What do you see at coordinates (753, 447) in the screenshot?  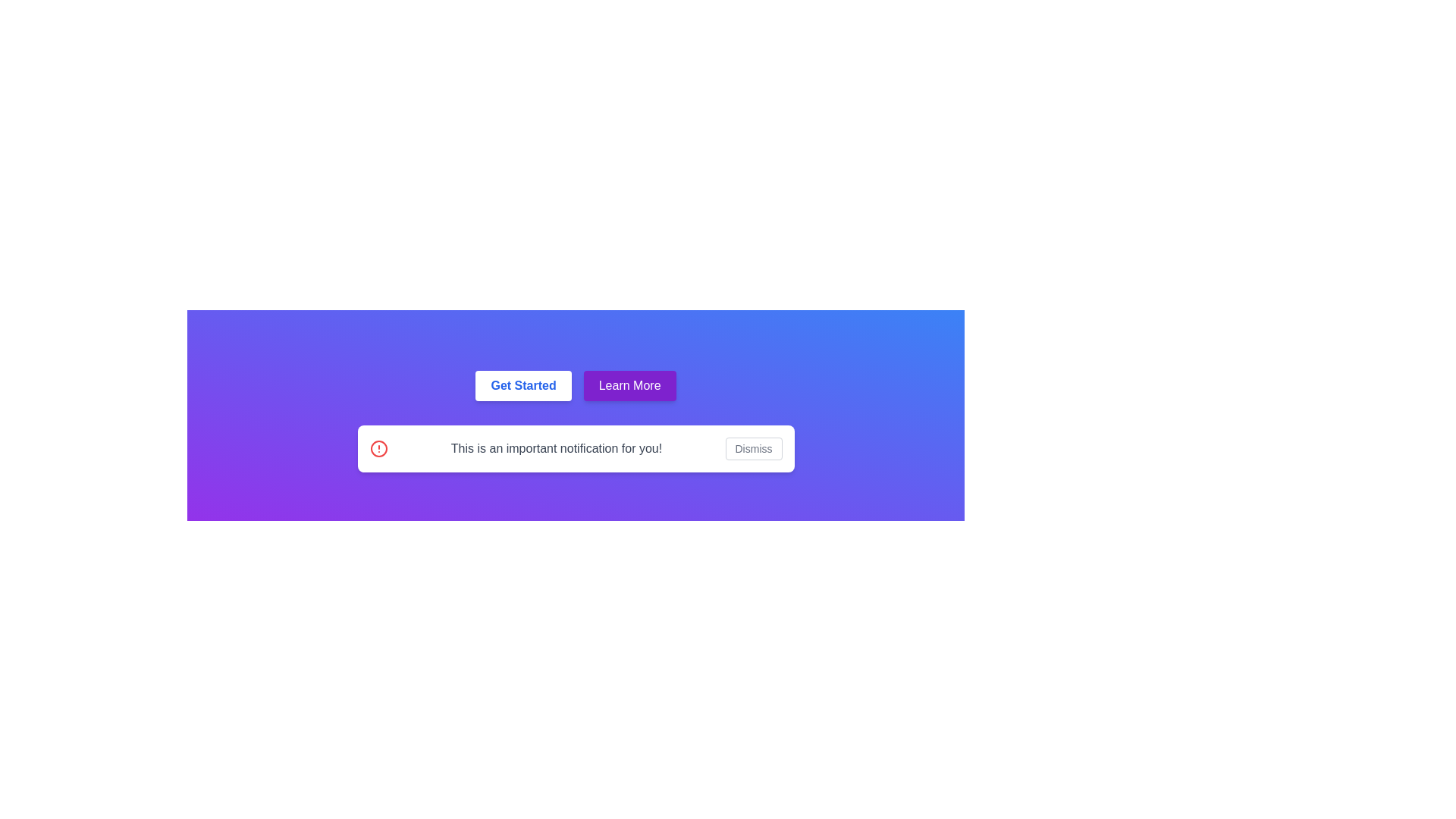 I see `the 'Dismiss' button, which is styled with a light gray border and rounded corners` at bounding box center [753, 447].